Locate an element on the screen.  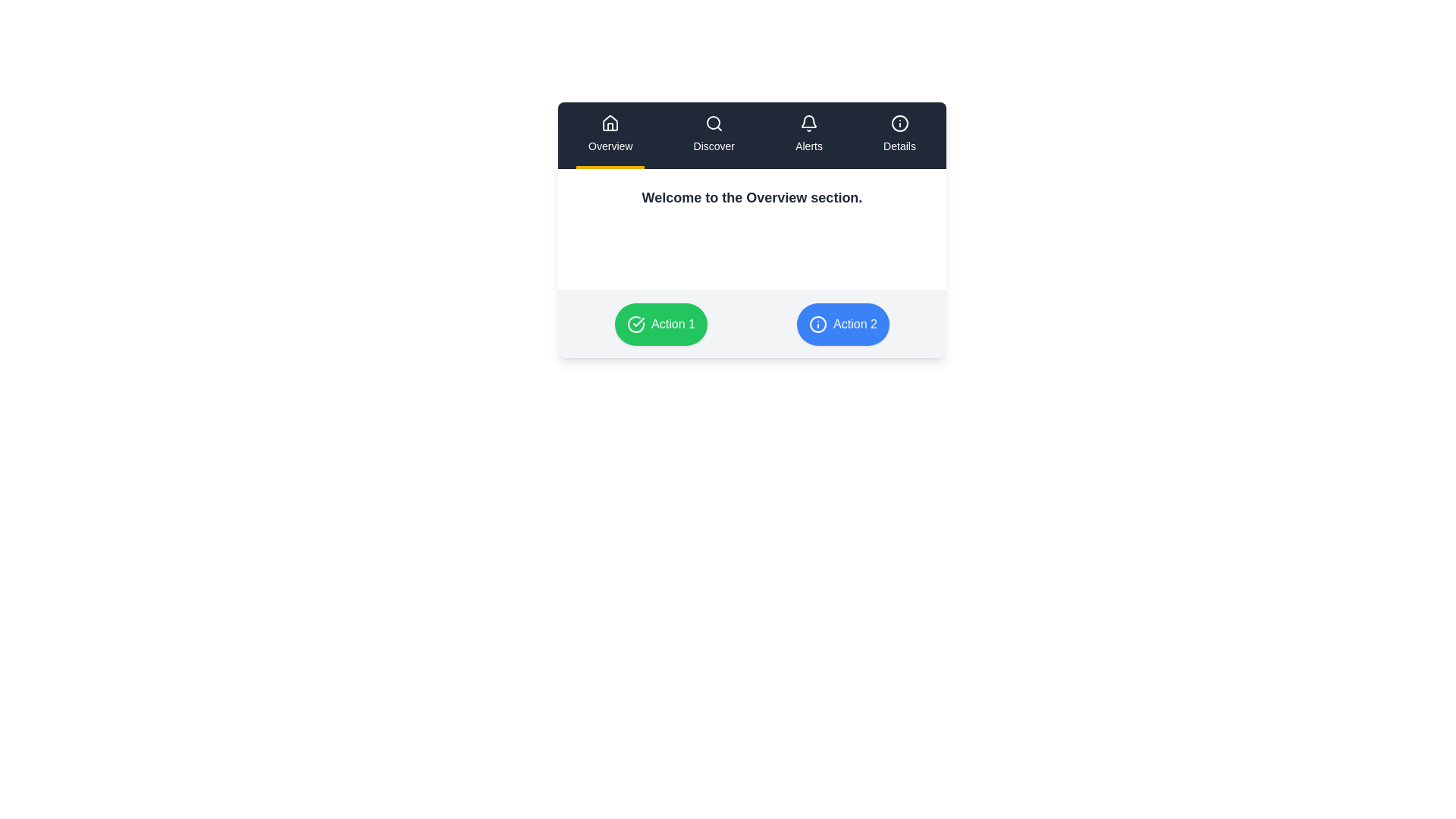
the 'Overview' tab in the navigation bar is located at coordinates (610, 146).